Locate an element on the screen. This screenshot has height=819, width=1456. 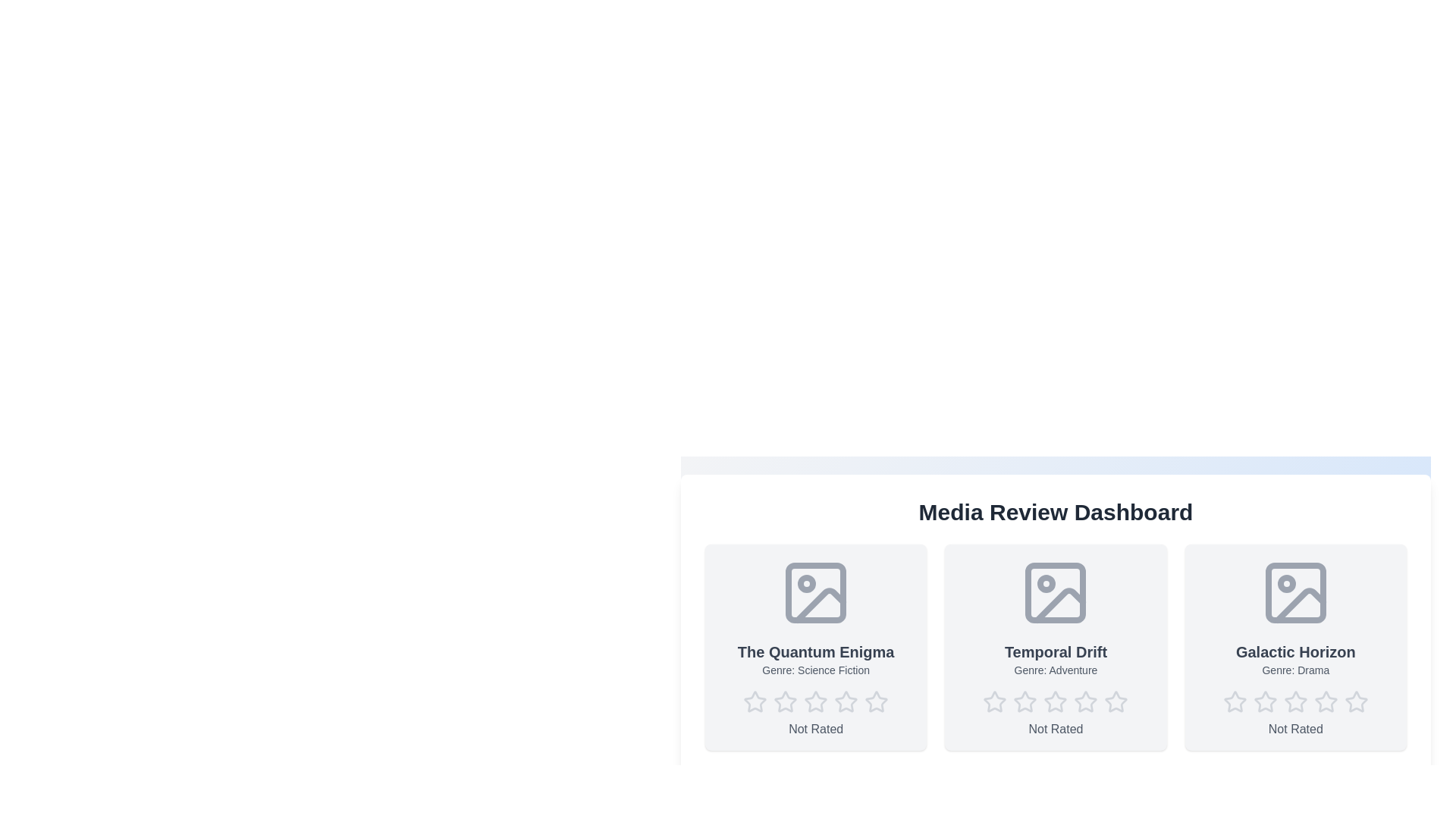
the media card for Temporal Drift is located at coordinates (1055, 647).